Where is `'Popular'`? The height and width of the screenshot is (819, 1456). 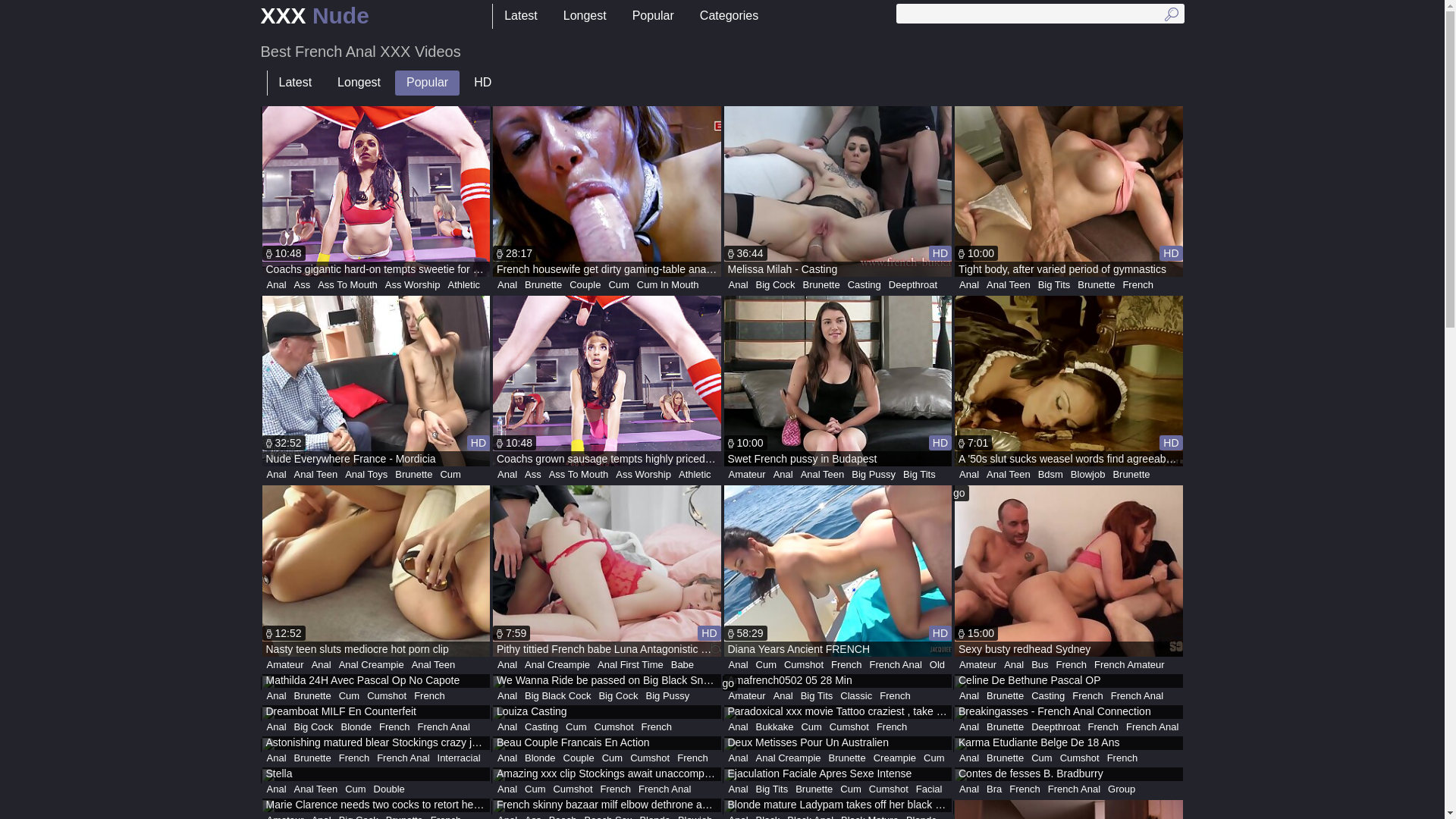 'Popular' is located at coordinates (426, 83).